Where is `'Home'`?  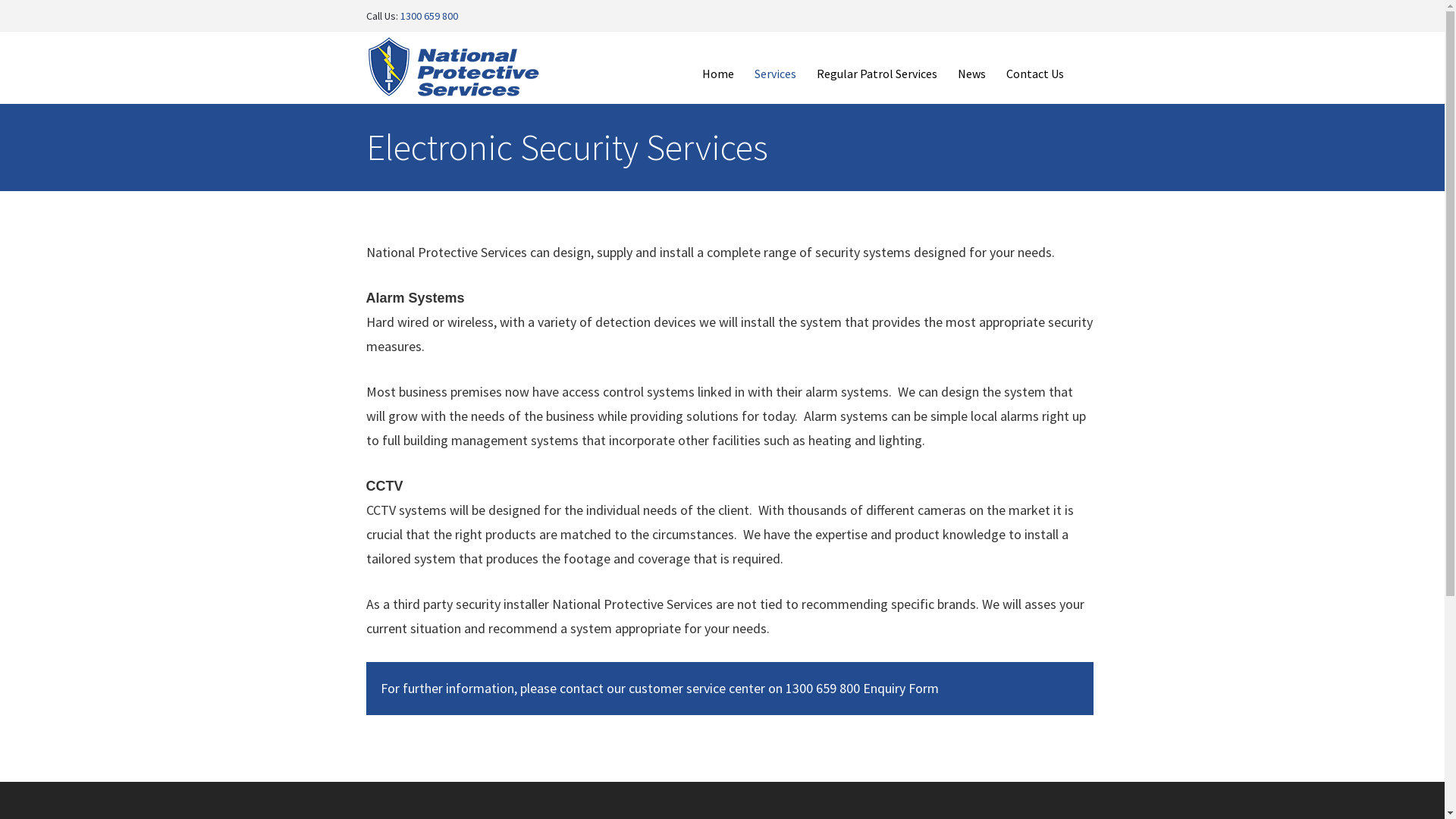
'Home' is located at coordinates (717, 74).